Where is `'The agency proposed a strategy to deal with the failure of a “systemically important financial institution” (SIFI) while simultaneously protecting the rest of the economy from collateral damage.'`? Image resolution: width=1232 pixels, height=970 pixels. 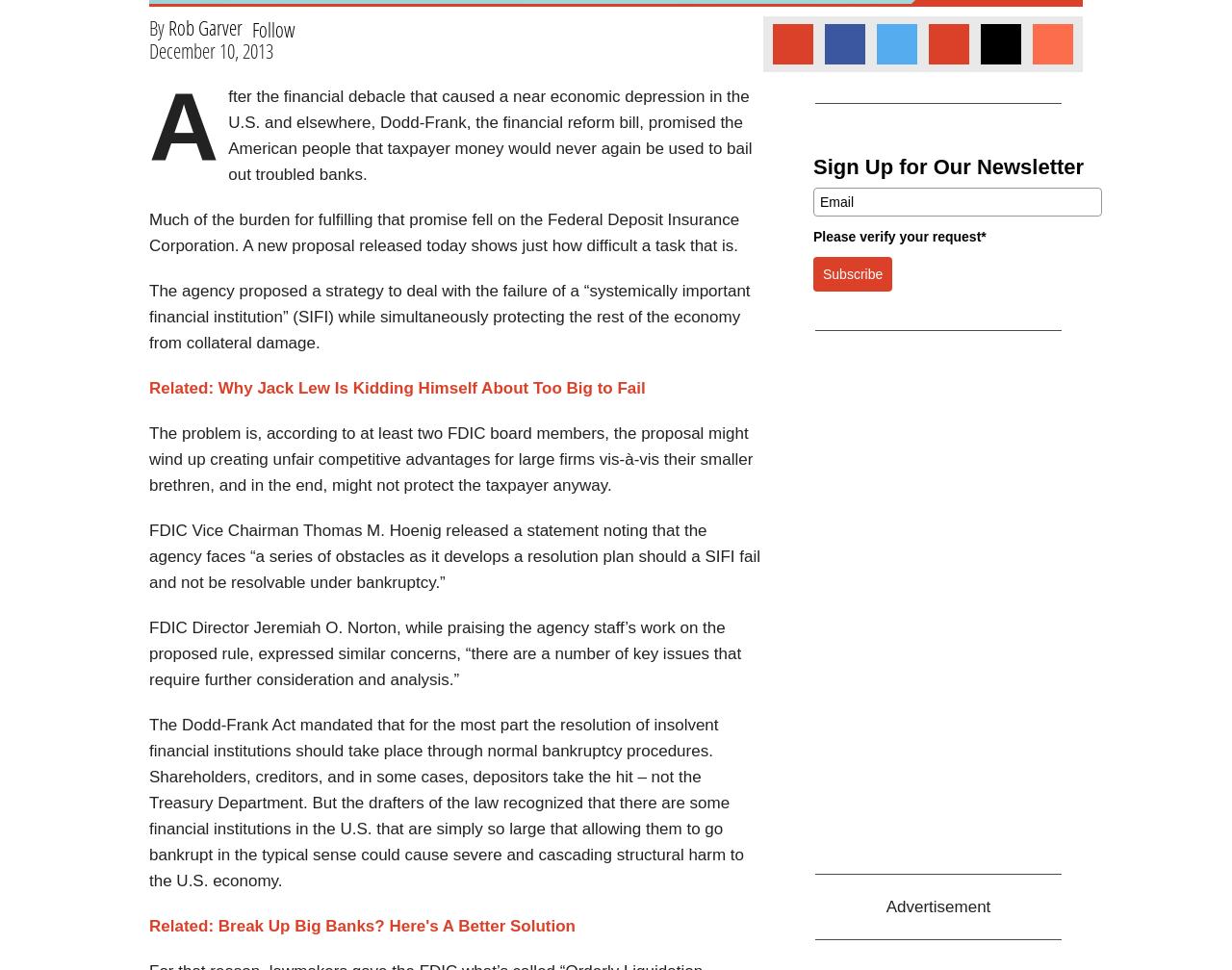 'The agency proposed a strategy to deal with the failure of a “systemically important financial institution” (SIFI) while simultaneously protecting the rest of the economy from collateral damage.' is located at coordinates (448, 317).